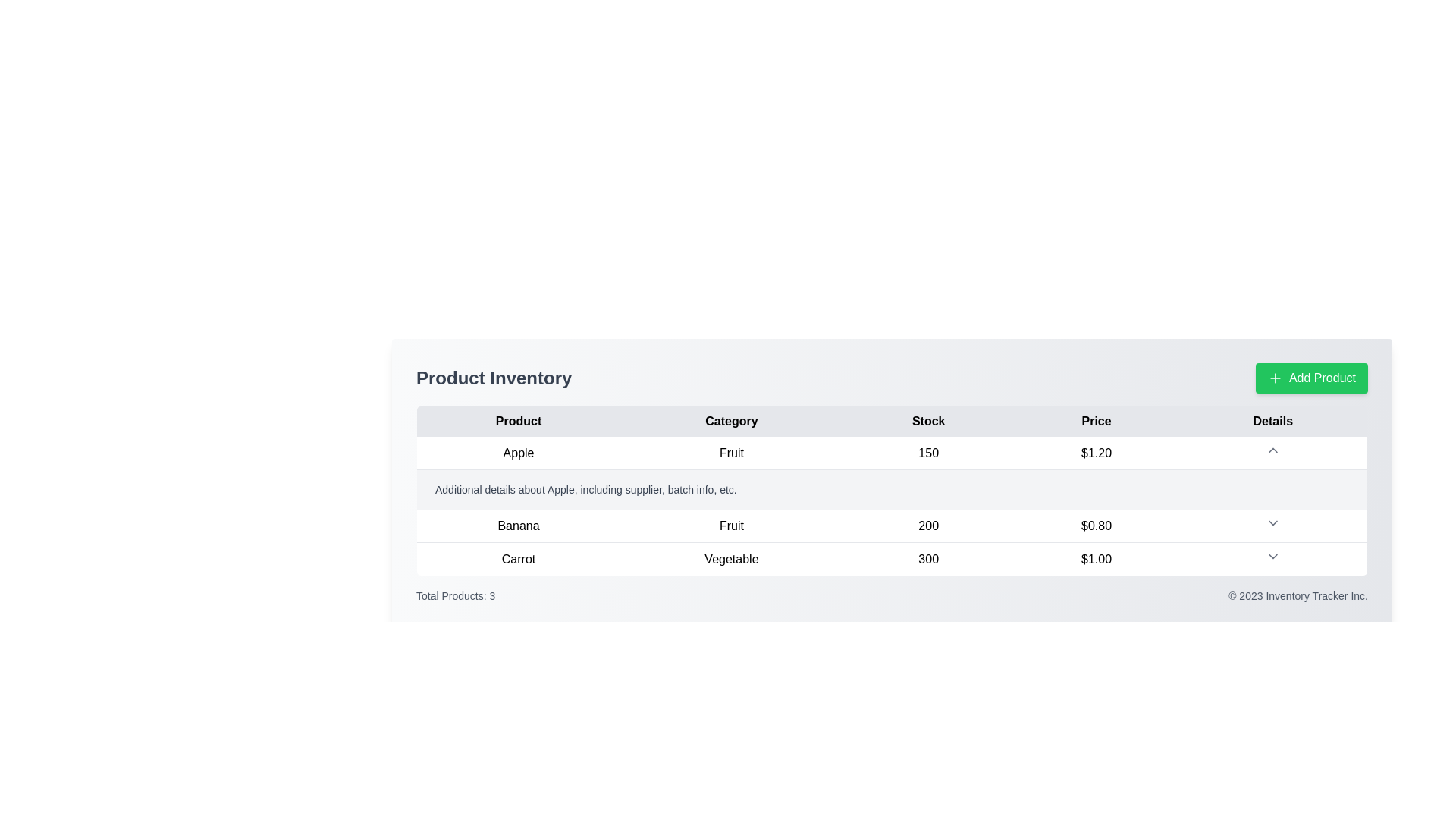  What do you see at coordinates (731, 452) in the screenshot?
I see `the text label displaying 'Fruit' located under the 'Category' column in the table layout` at bounding box center [731, 452].